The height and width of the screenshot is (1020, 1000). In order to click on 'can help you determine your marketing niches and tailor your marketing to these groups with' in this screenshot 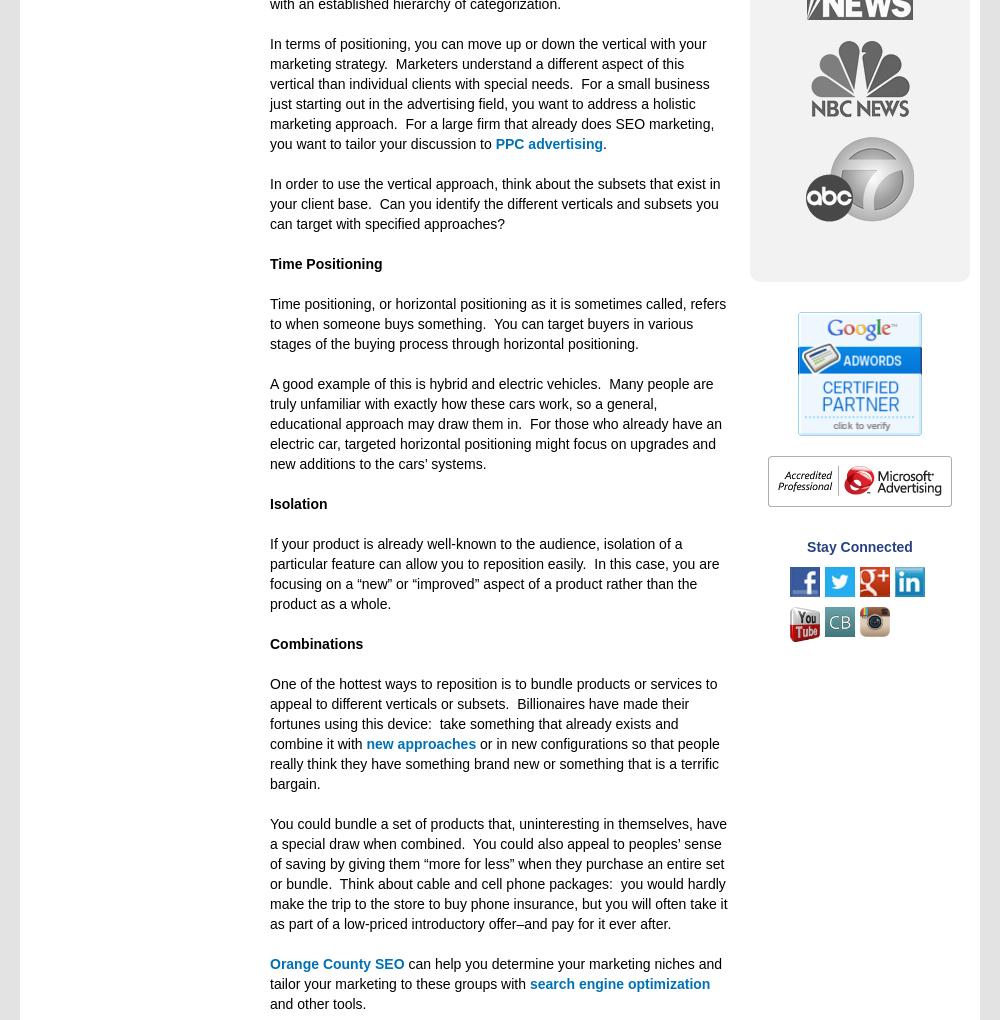, I will do `click(495, 972)`.